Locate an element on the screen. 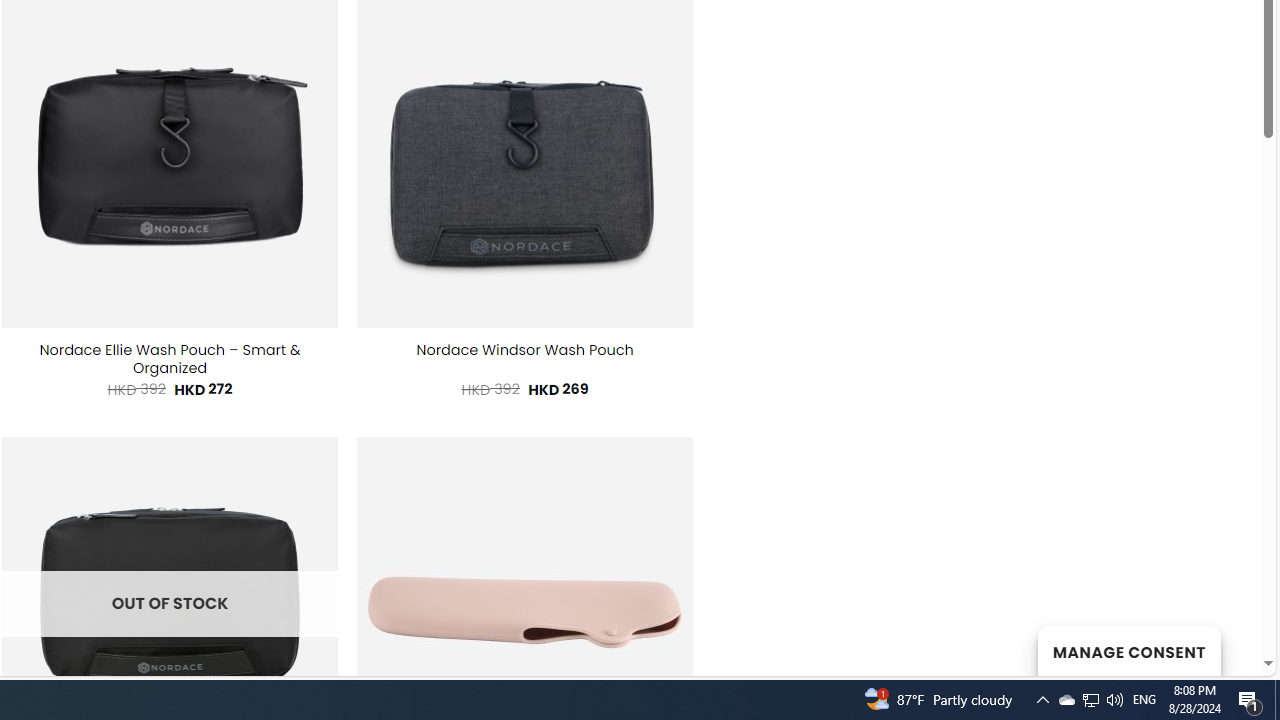 The image size is (1280, 720). 'MANAGE CONSENT' is located at coordinates (1128, 650).